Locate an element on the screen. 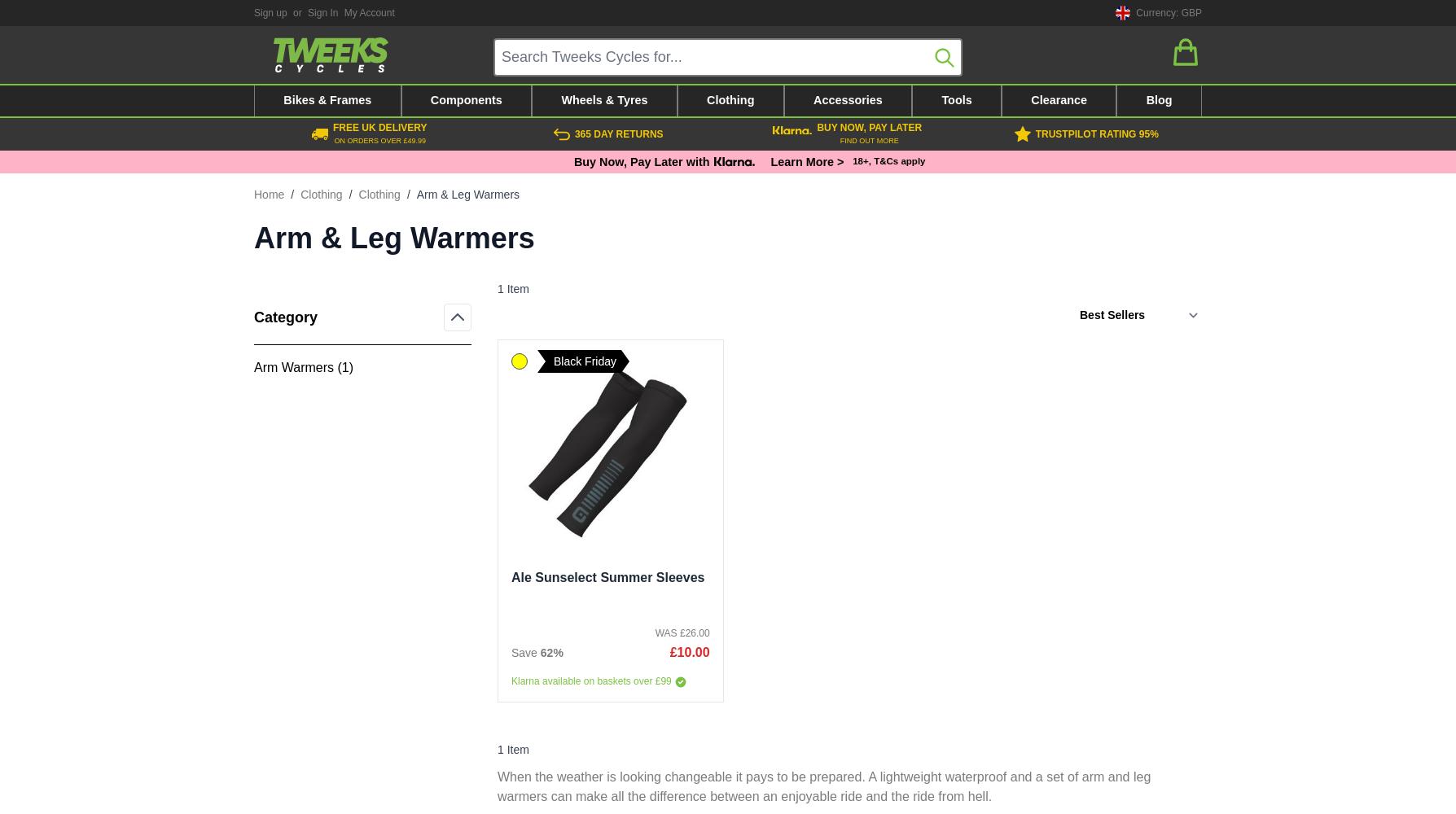 The width and height of the screenshot is (1456, 814). 'Wheels & Tyres' is located at coordinates (559, 99).